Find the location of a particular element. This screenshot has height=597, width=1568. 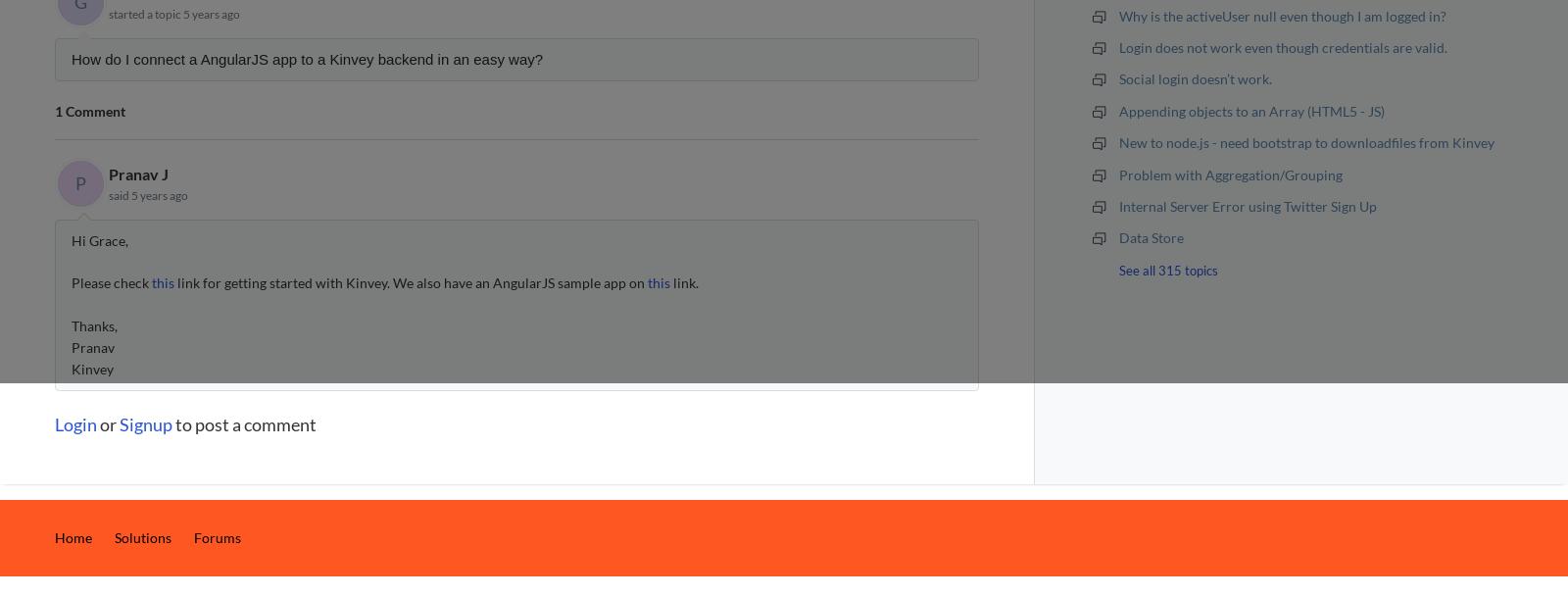

'How do I connect a AngularJS app to a Kinvey backend in an easy way?' is located at coordinates (307, 58).